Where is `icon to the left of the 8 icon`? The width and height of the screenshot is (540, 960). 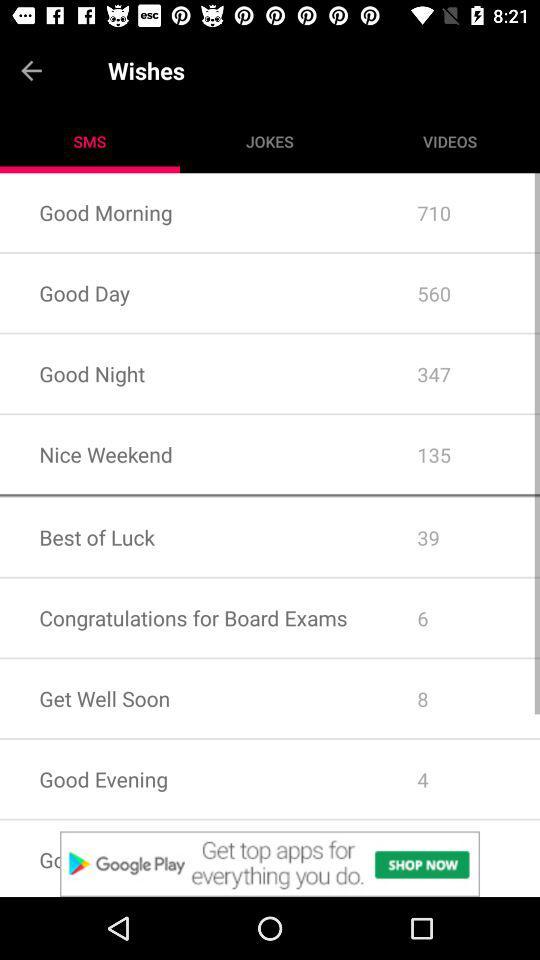
icon to the left of the 8 icon is located at coordinates (189, 778).